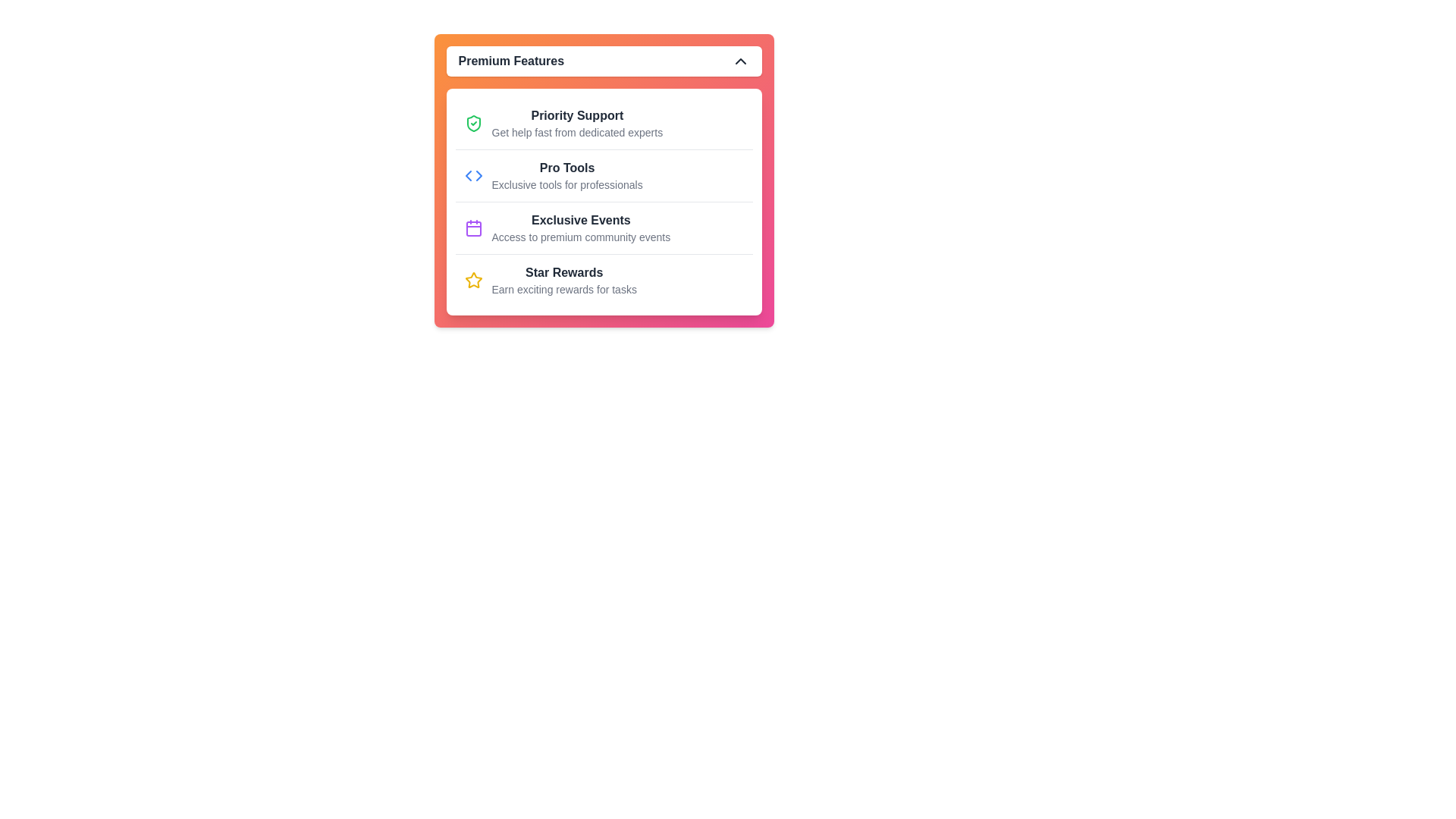  What do you see at coordinates (472, 122) in the screenshot?
I see `the information represented by the green shield icon with a checkmark inside, which is located to the left of the text 'Priority Support' in the Premium Features section` at bounding box center [472, 122].